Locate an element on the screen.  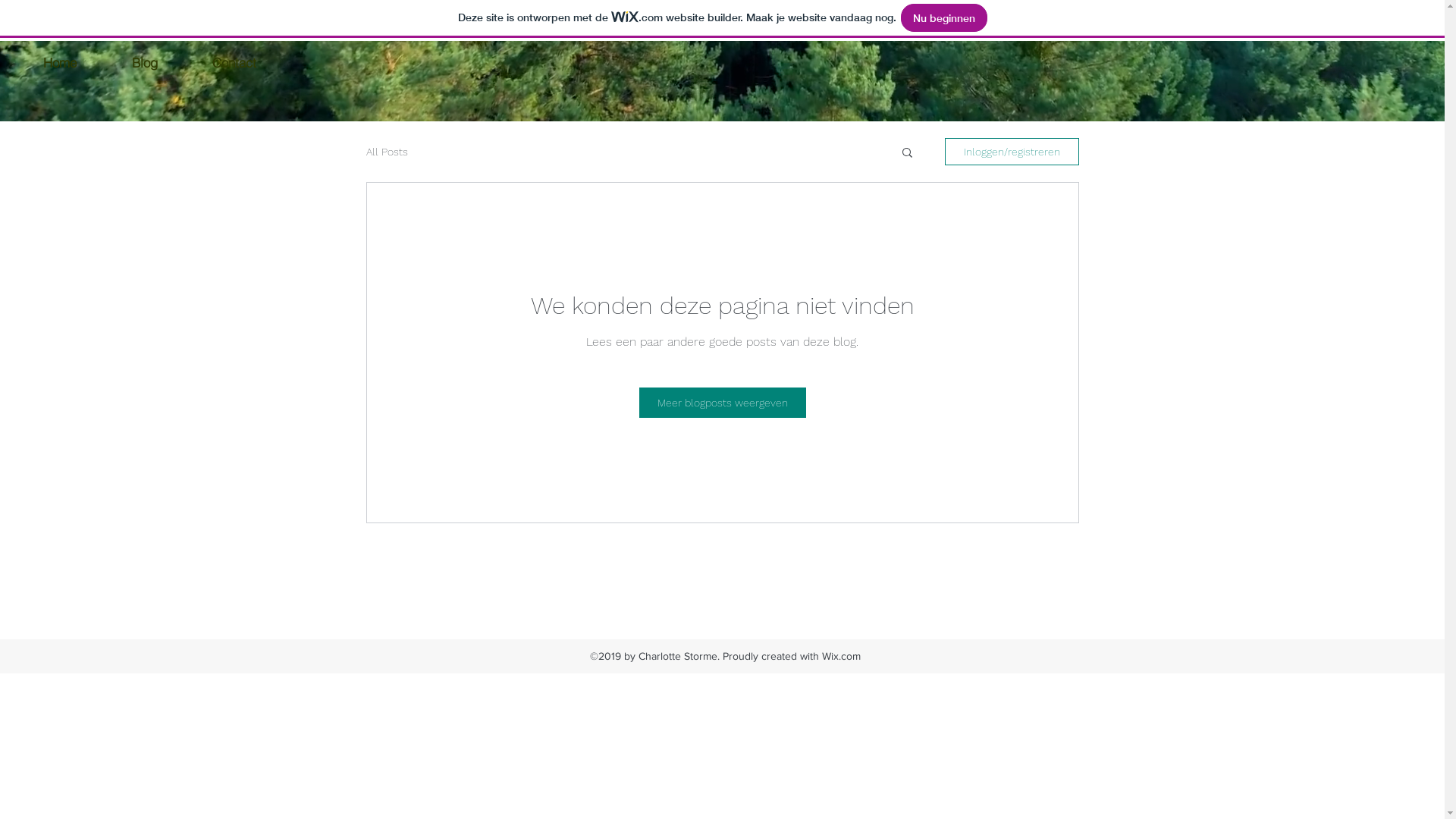
'Contact' is located at coordinates (233, 61).